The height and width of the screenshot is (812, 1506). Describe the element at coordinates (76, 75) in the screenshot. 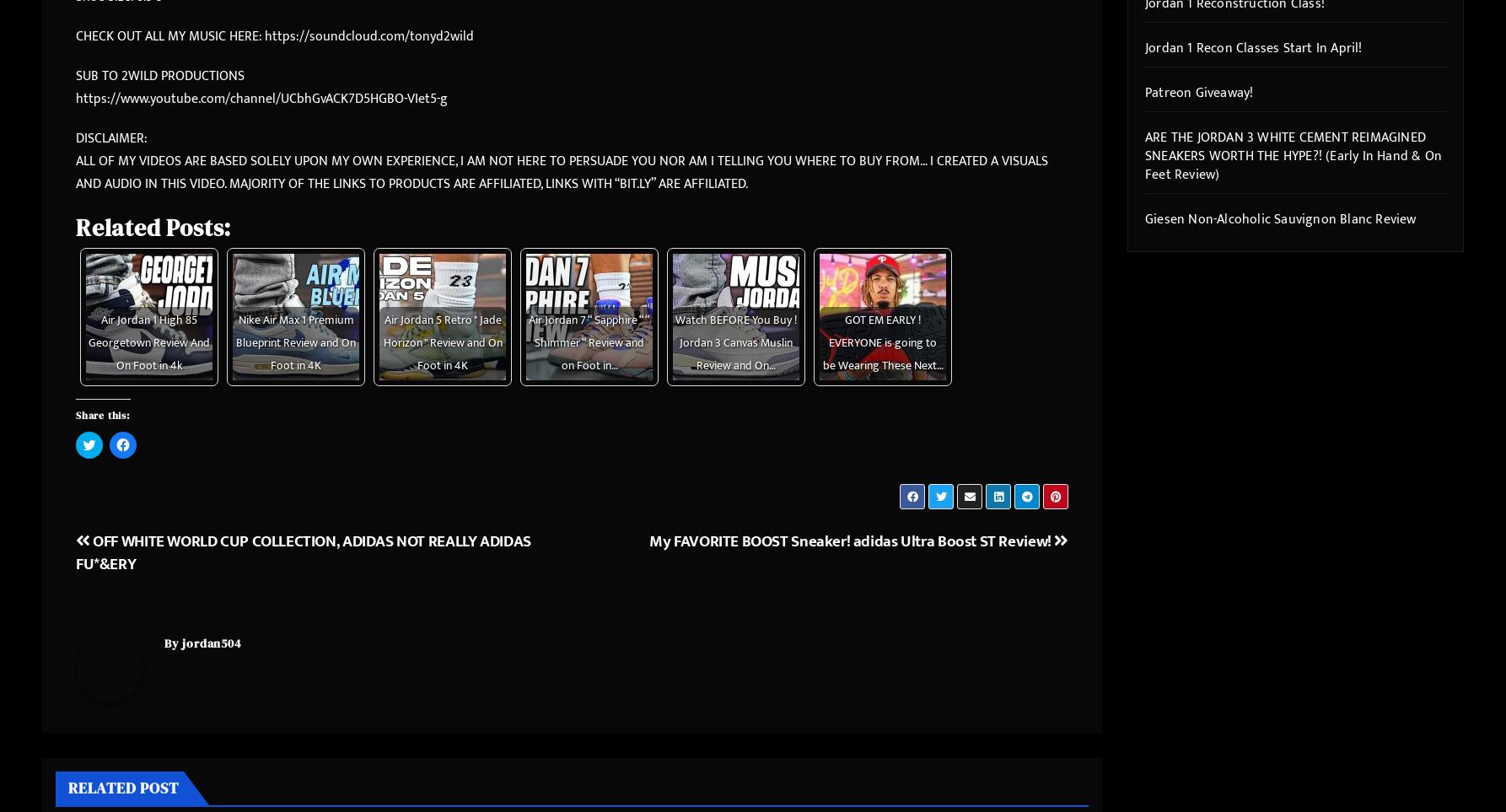

I see `'SUB TO 2WILD PRODUCTIONS'` at that location.